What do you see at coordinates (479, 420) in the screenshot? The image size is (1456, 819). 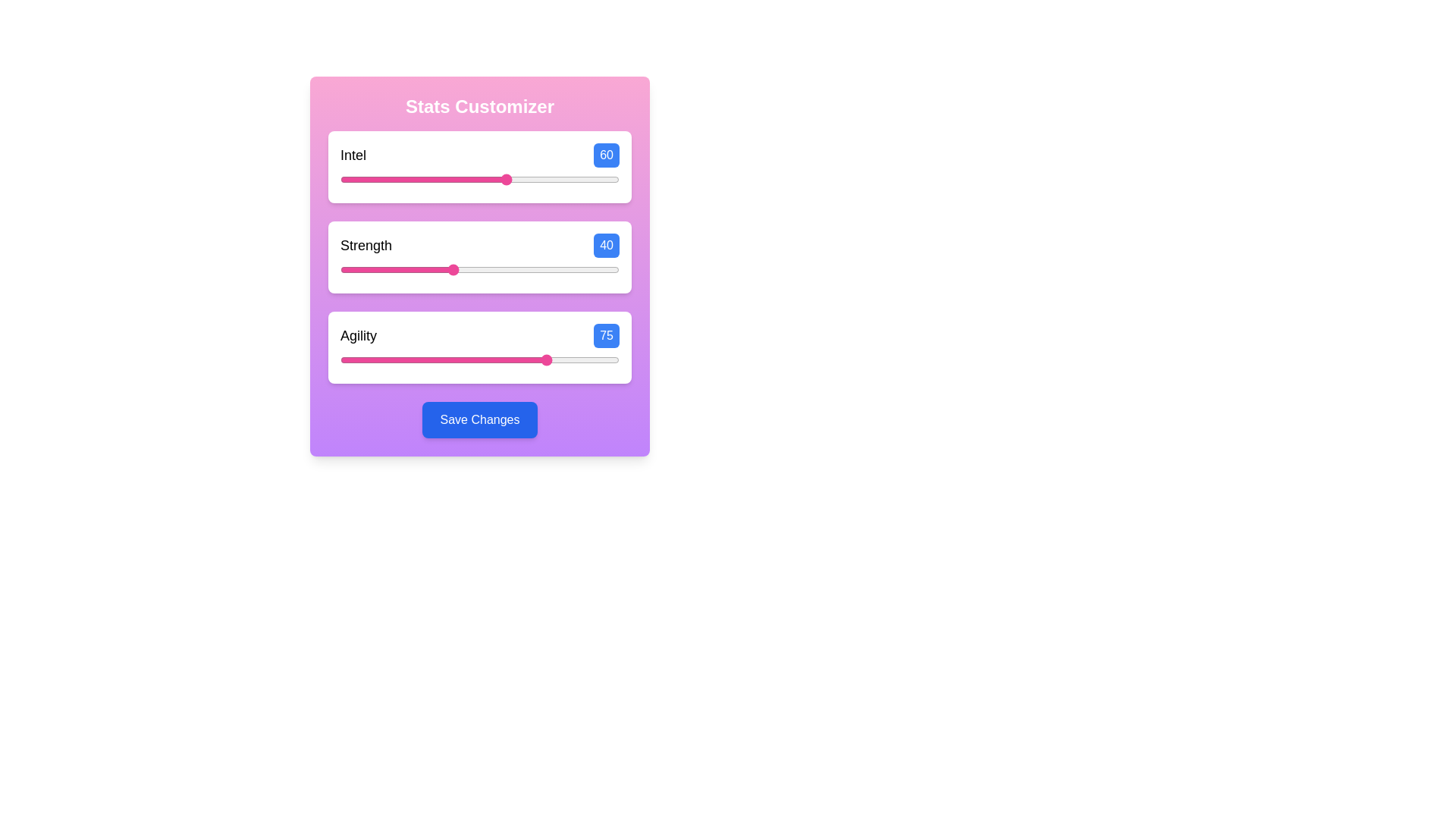 I see `the 'Save' button located at the bottom of the 'Stats Customizer' panel` at bounding box center [479, 420].